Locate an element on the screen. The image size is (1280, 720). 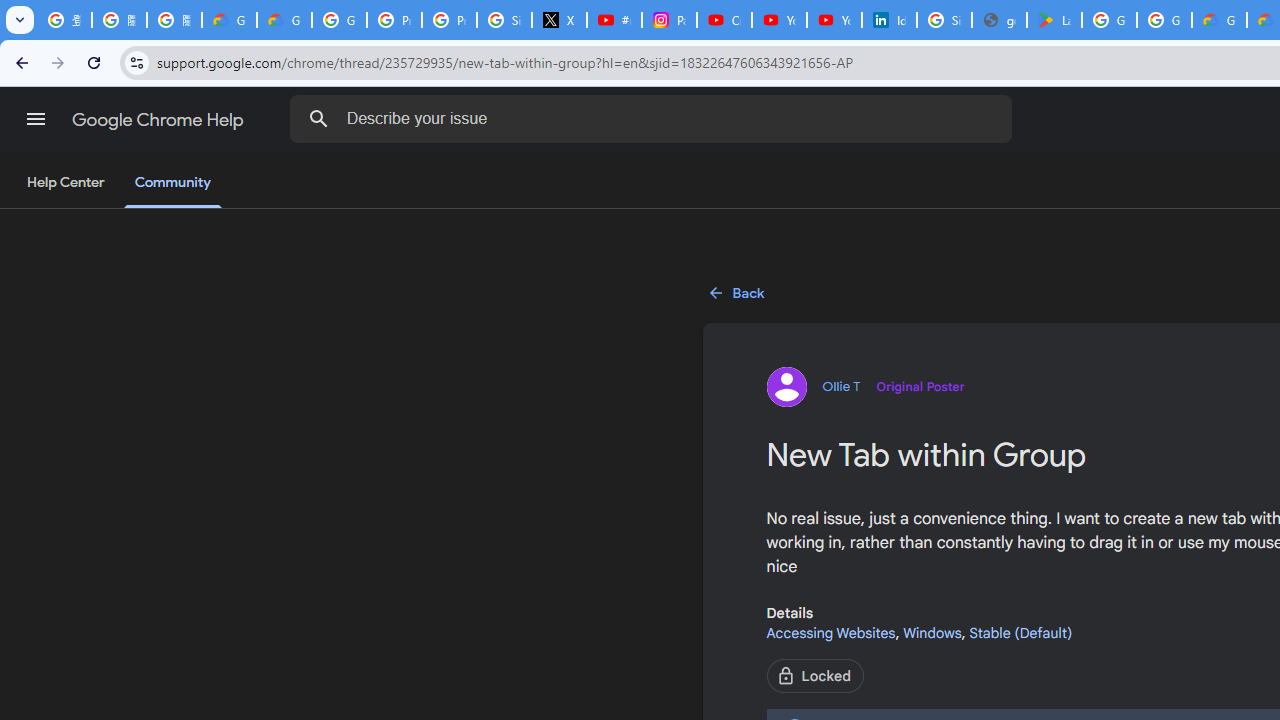
'Last Shelter: Survival - Apps on Google Play' is located at coordinates (1053, 20).